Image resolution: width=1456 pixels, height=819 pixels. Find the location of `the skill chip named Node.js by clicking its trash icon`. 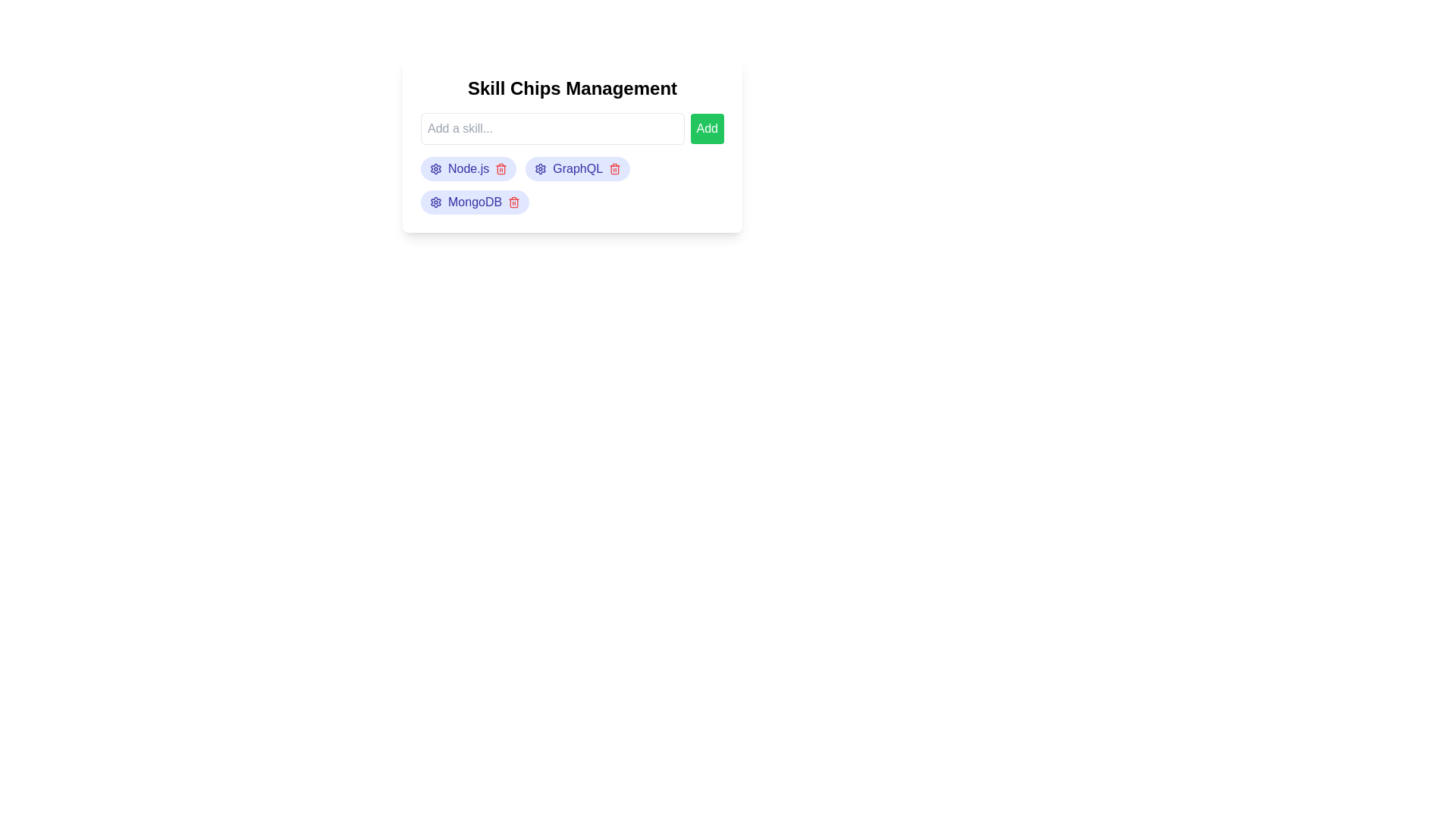

the skill chip named Node.js by clicking its trash icon is located at coordinates (501, 169).